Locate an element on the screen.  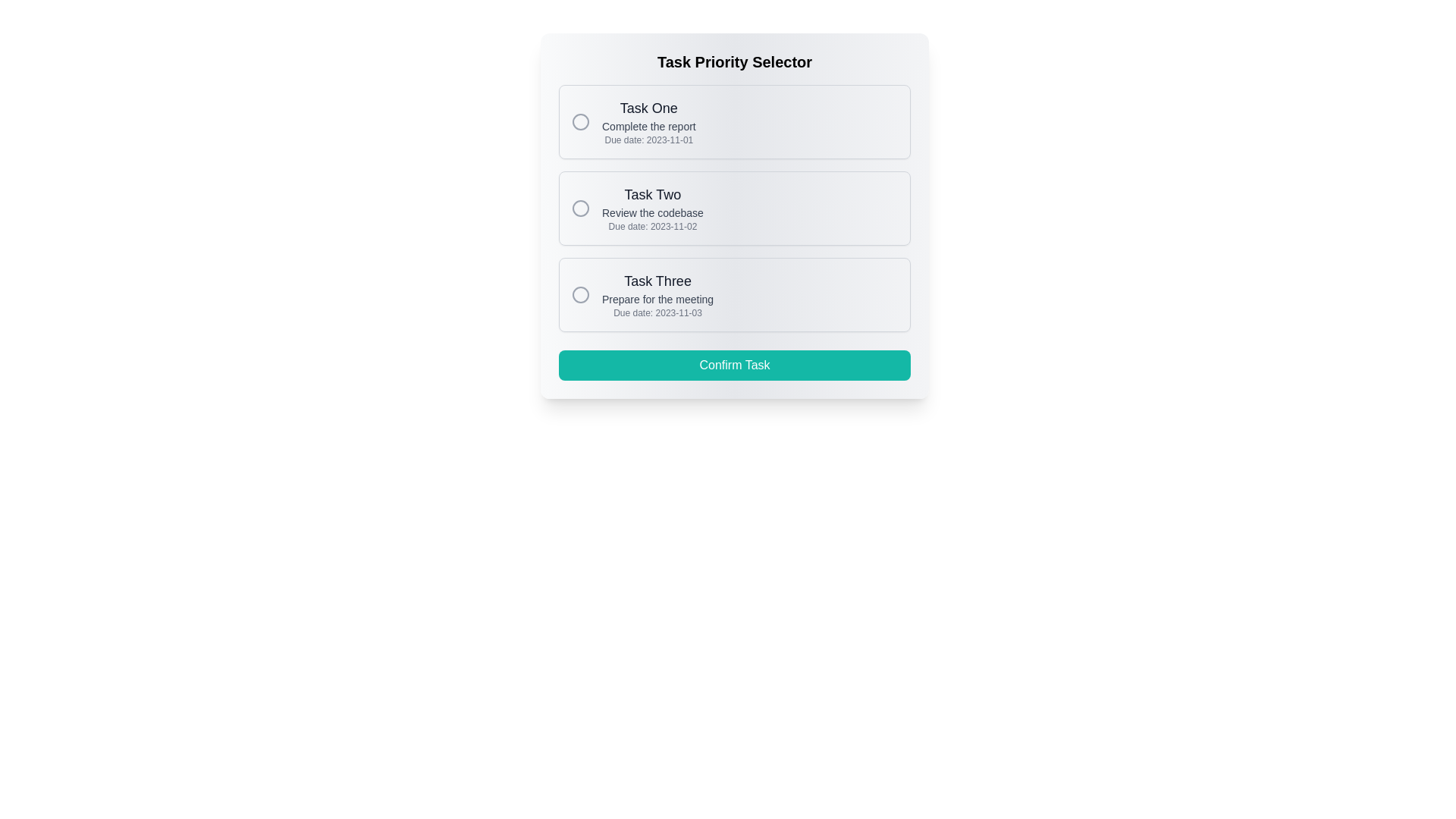
the Circular selection indicator (SVG Circle) is located at coordinates (580, 121).